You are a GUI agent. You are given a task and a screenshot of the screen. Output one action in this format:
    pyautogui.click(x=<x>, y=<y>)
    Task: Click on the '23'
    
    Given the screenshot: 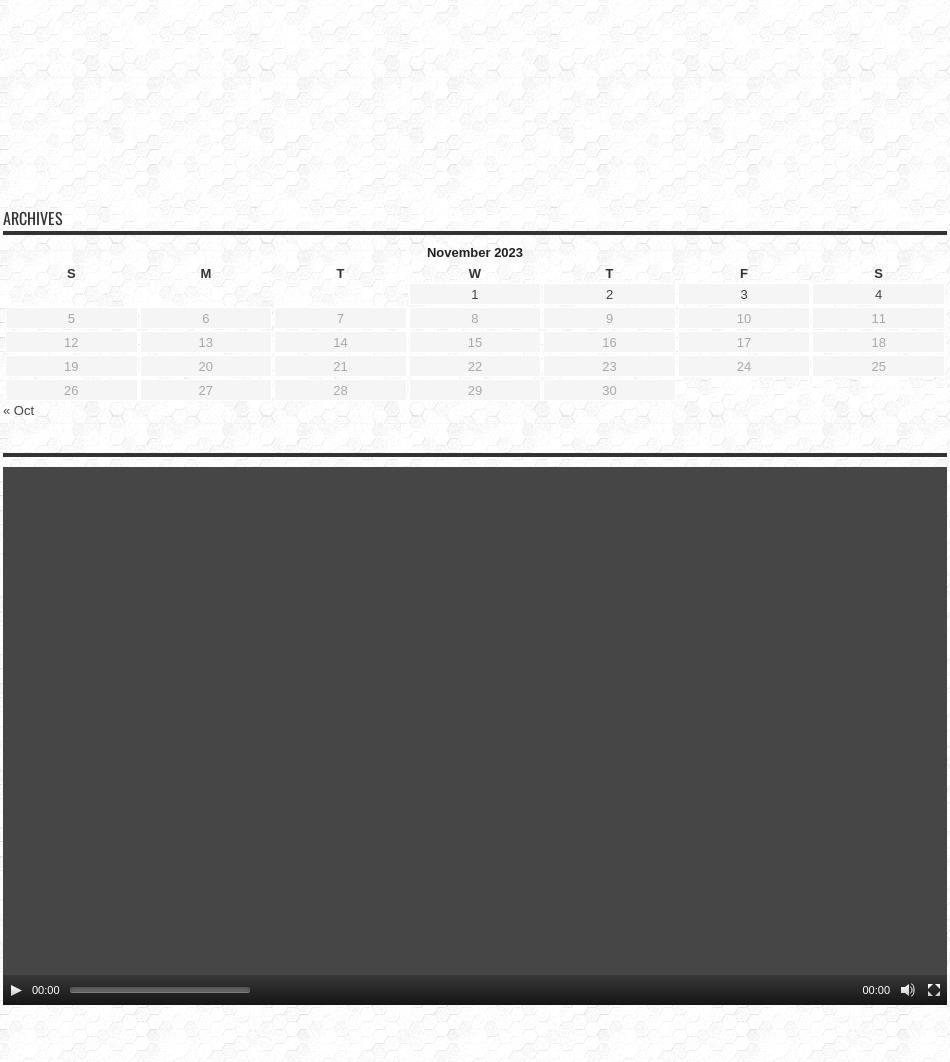 What is the action you would take?
    pyautogui.click(x=609, y=333)
    